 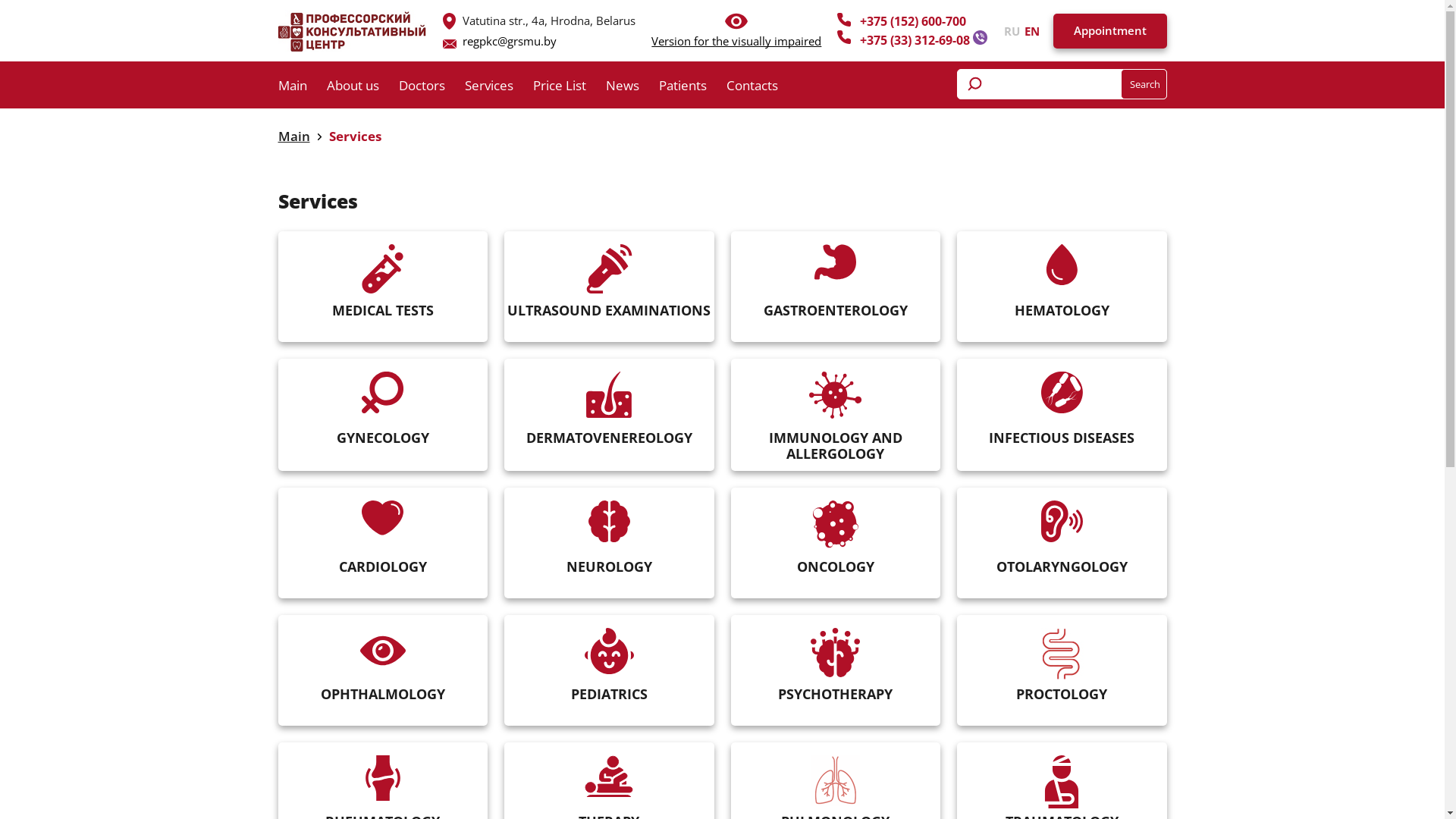 I want to click on 'GASTROENTEROLOGY', so click(x=834, y=287).